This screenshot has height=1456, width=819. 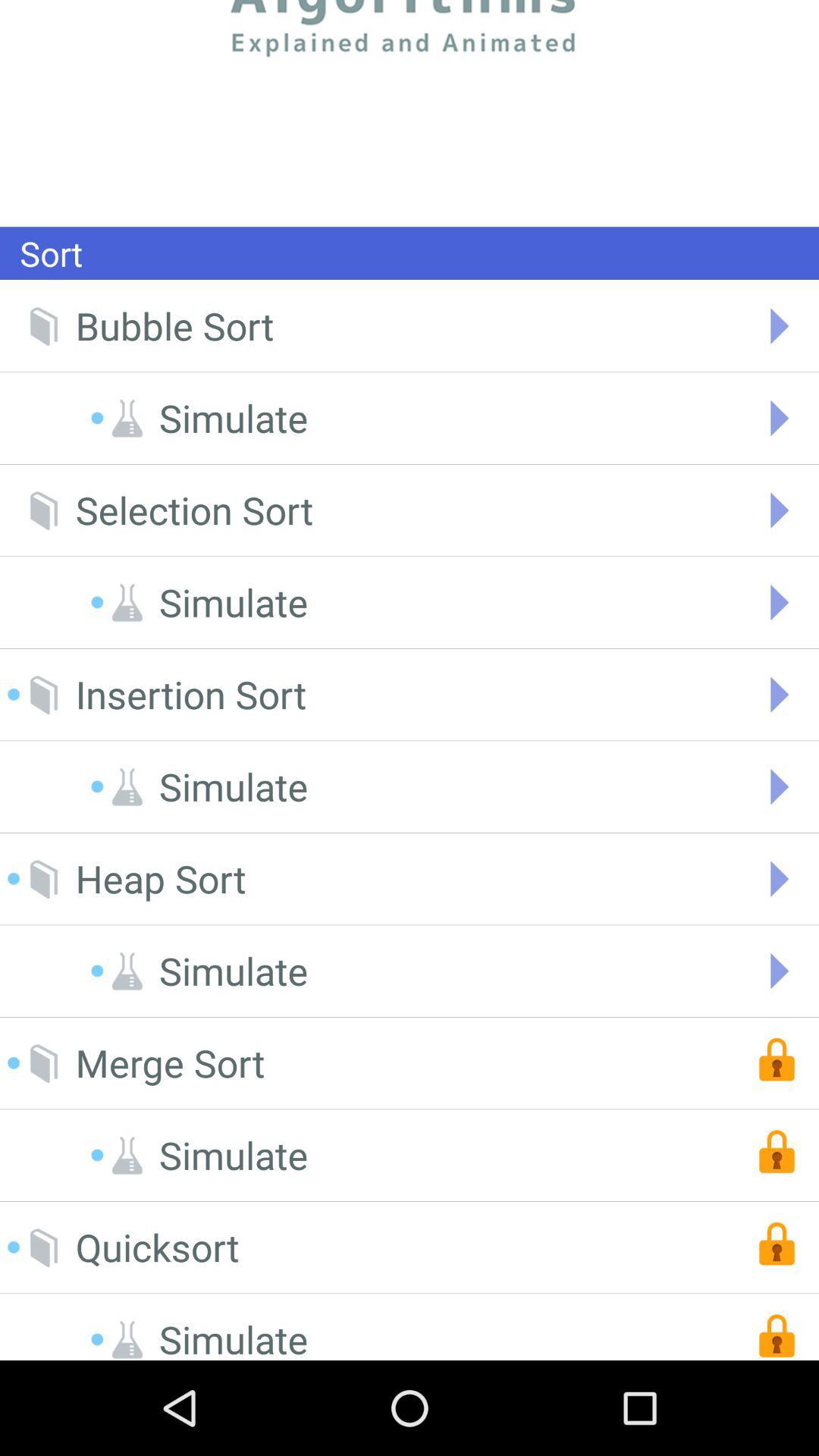 I want to click on the item above the sort, so click(x=409, y=112).